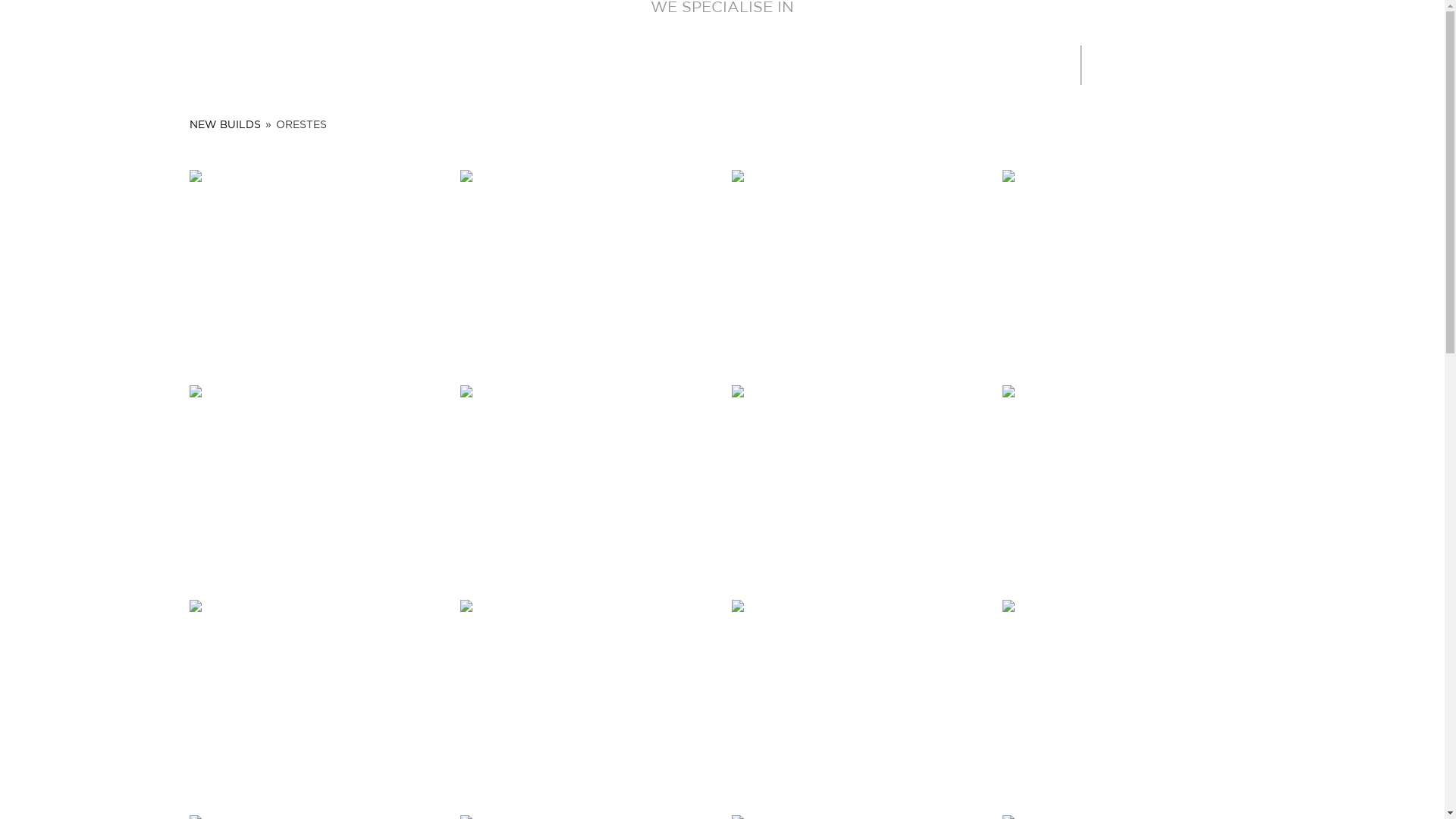  Describe the element at coordinates (803, 62) in the screenshot. I see `'MEDIA'` at that location.